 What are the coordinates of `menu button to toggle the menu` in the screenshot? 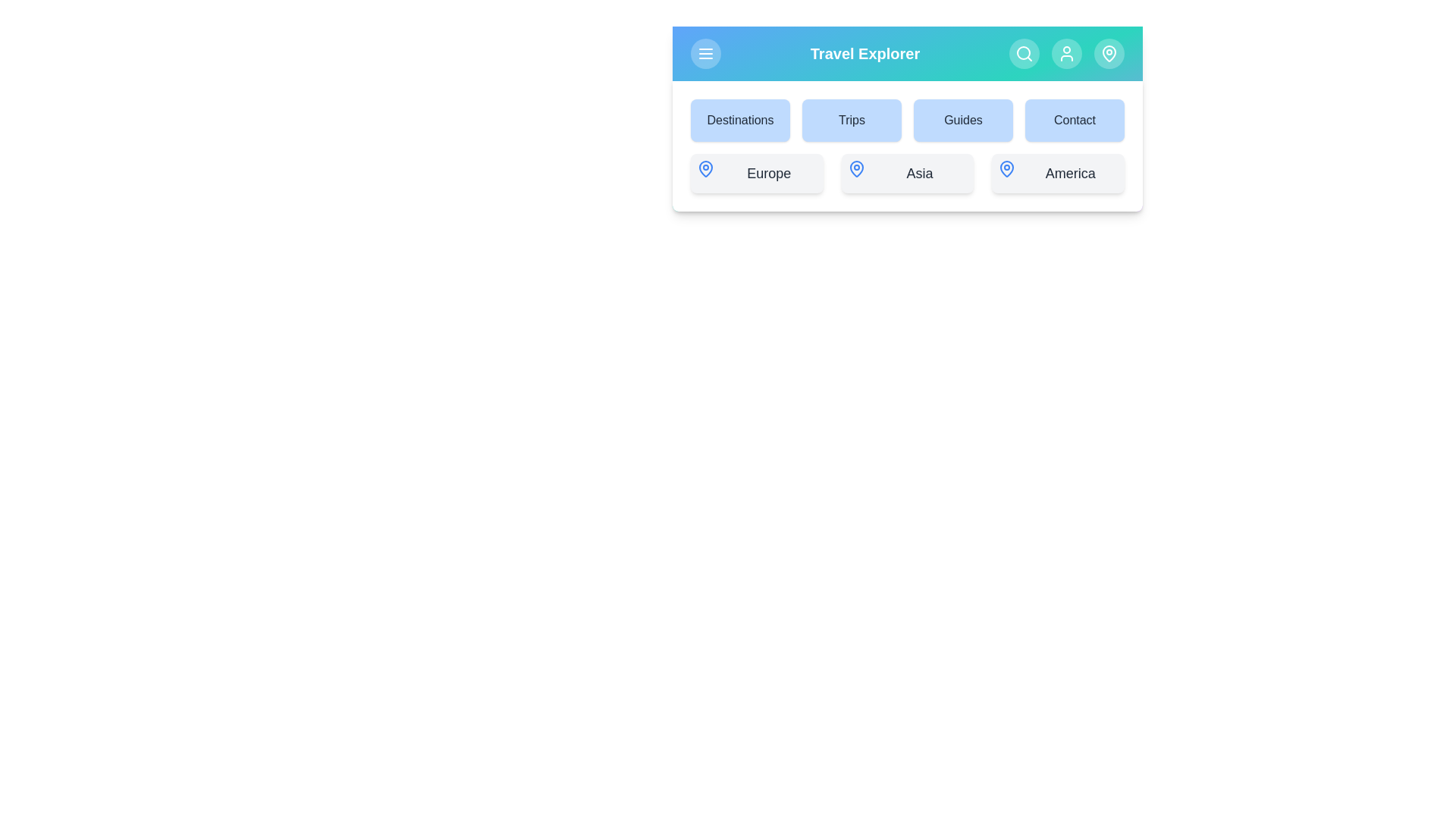 It's located at (705, 52).